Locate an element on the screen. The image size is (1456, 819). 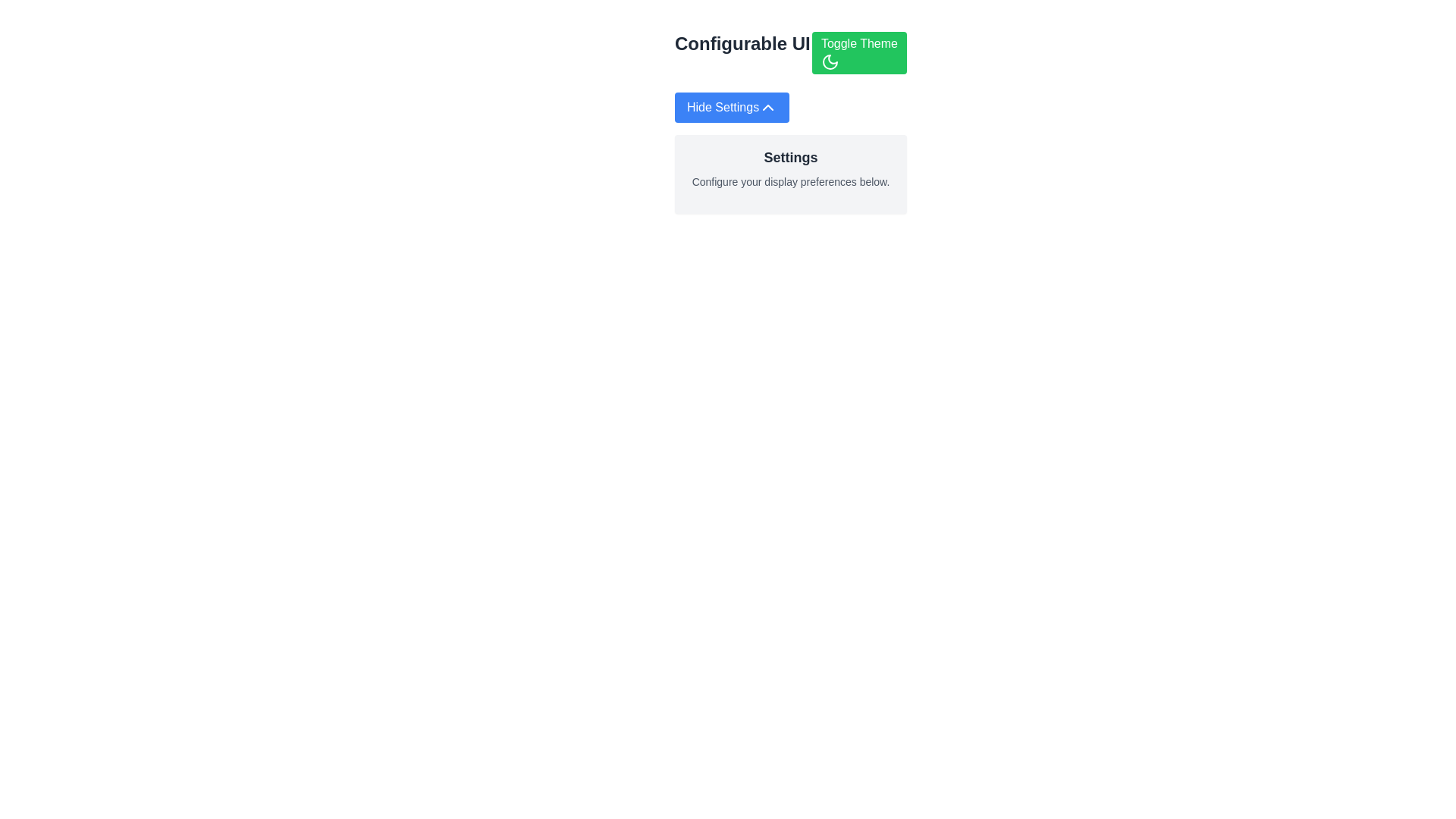
the theme toggle button located in the top-right corner of the 'Configurable UI' section is located at coordinates (859, 52).